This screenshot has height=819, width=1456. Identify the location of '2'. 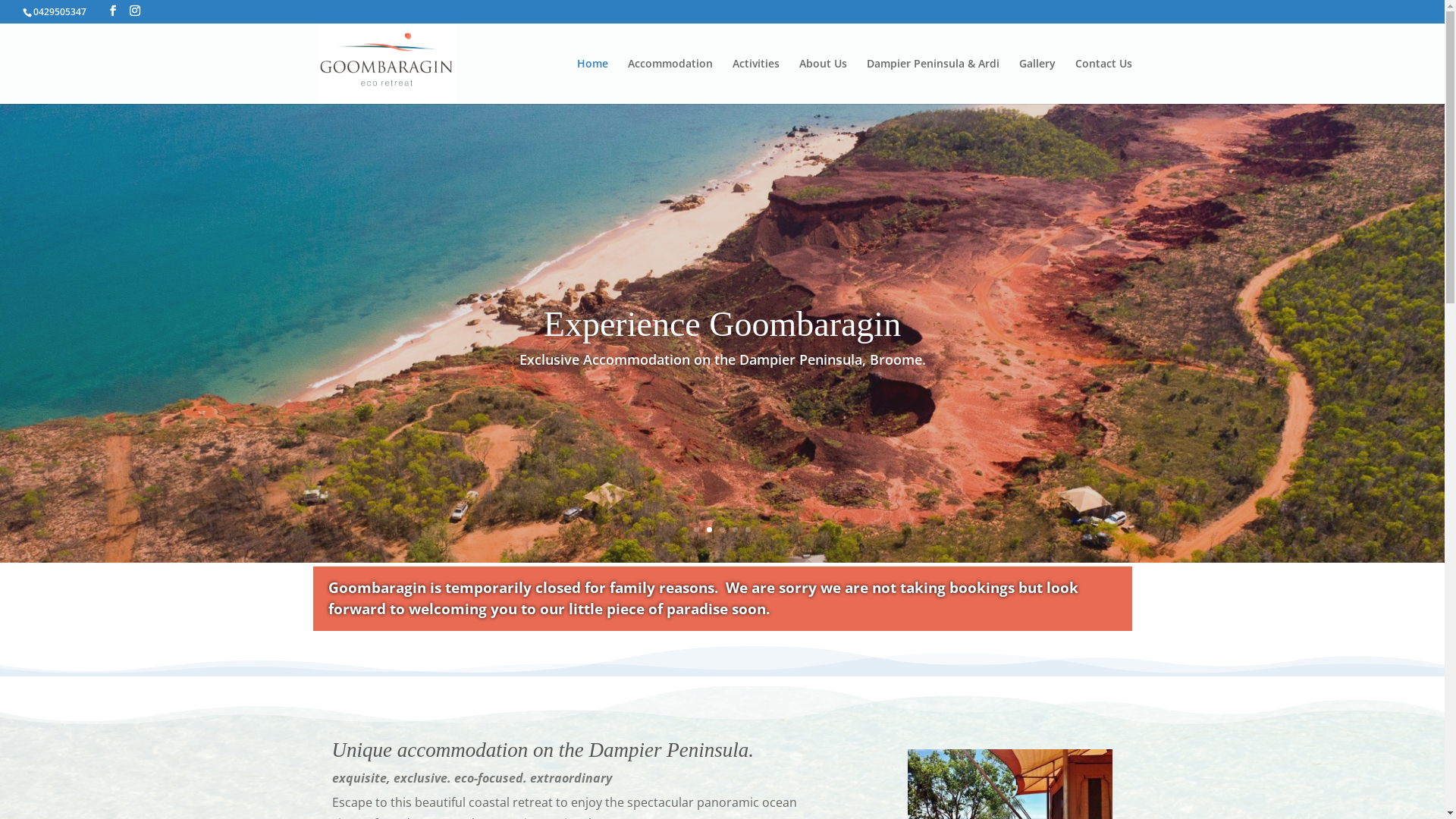
(708, 529).